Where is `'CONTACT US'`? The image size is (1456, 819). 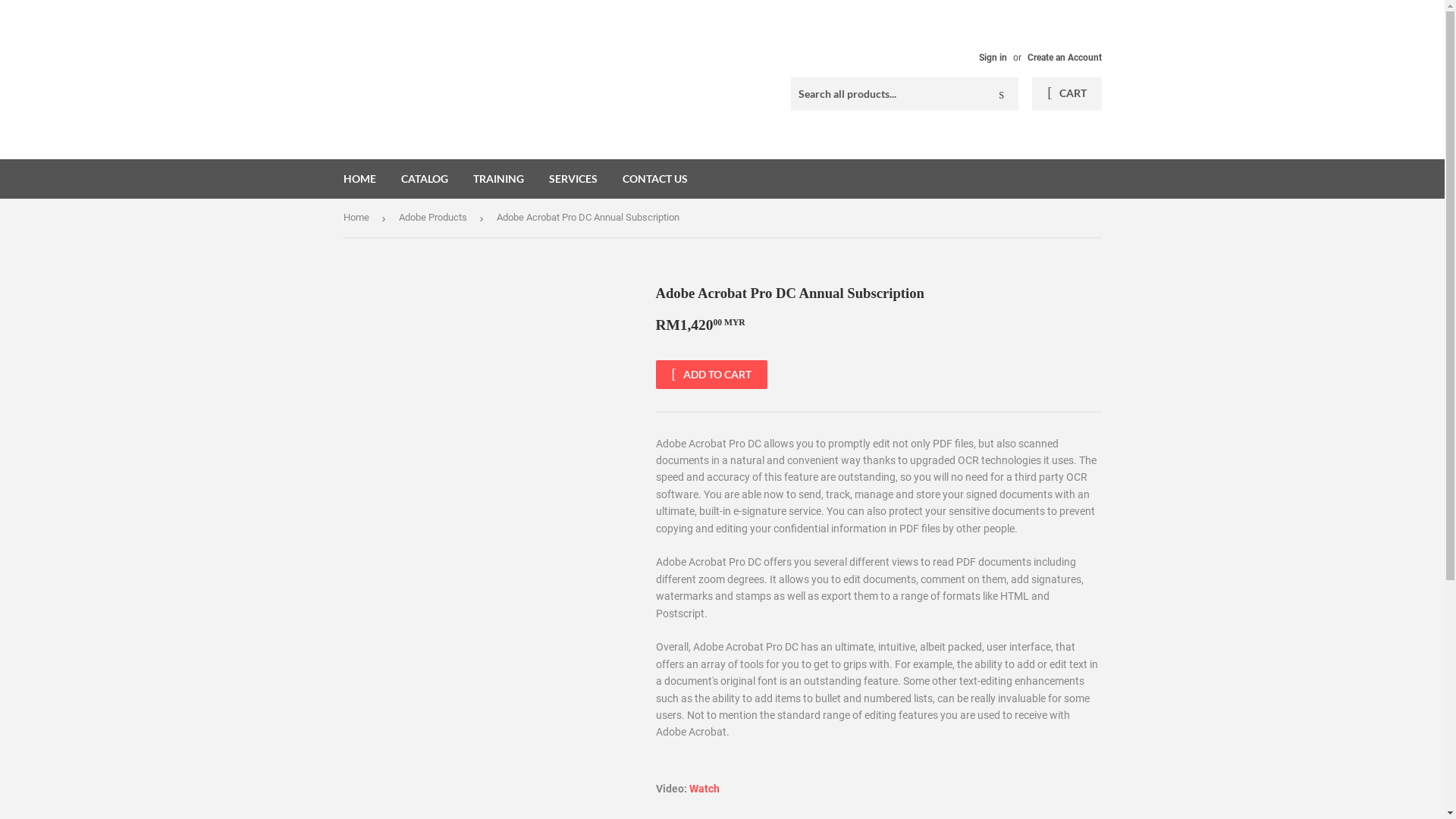
'CONTACT US' is located at coordinates (655, 177).